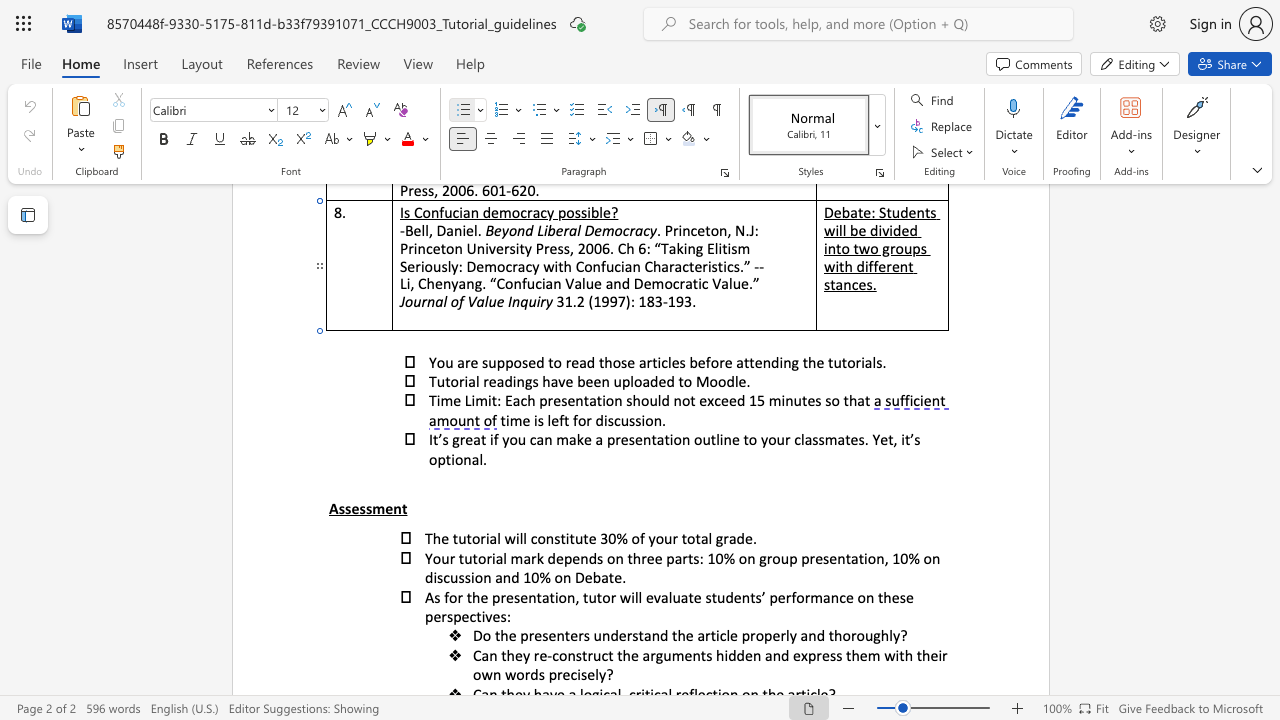 Image resolution: width=1280 pixels, height=720 pixels. I want to click on the 2th character "l" in the text, so click(802, 438).